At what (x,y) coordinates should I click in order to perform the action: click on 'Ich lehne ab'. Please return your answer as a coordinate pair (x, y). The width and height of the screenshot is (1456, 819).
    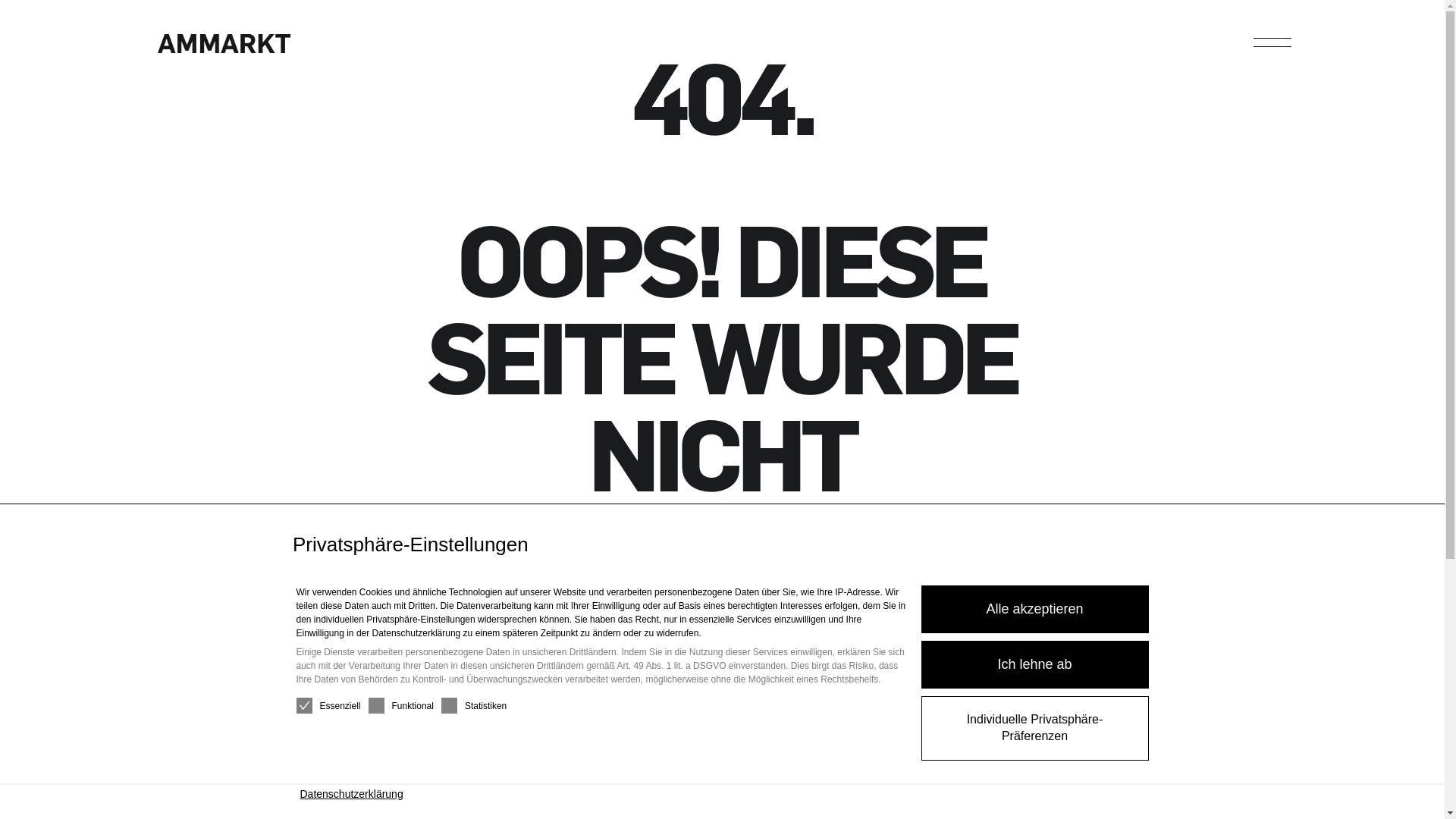
    Looking at the image, I should click on (1033, 664).